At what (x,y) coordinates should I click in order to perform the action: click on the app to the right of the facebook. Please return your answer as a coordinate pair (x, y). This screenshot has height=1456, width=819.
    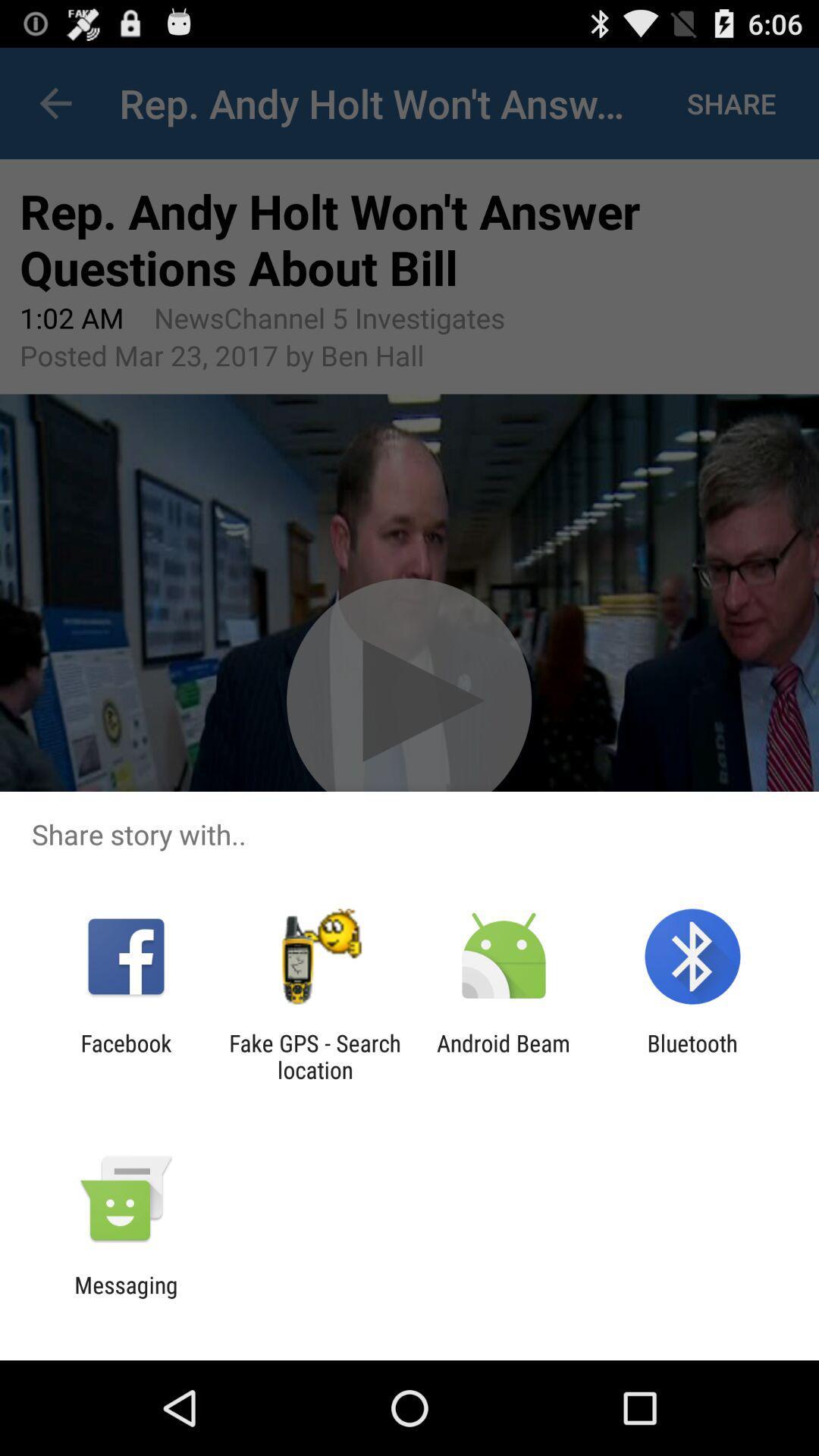
    Looking at the image, I should click on (314, 1056).